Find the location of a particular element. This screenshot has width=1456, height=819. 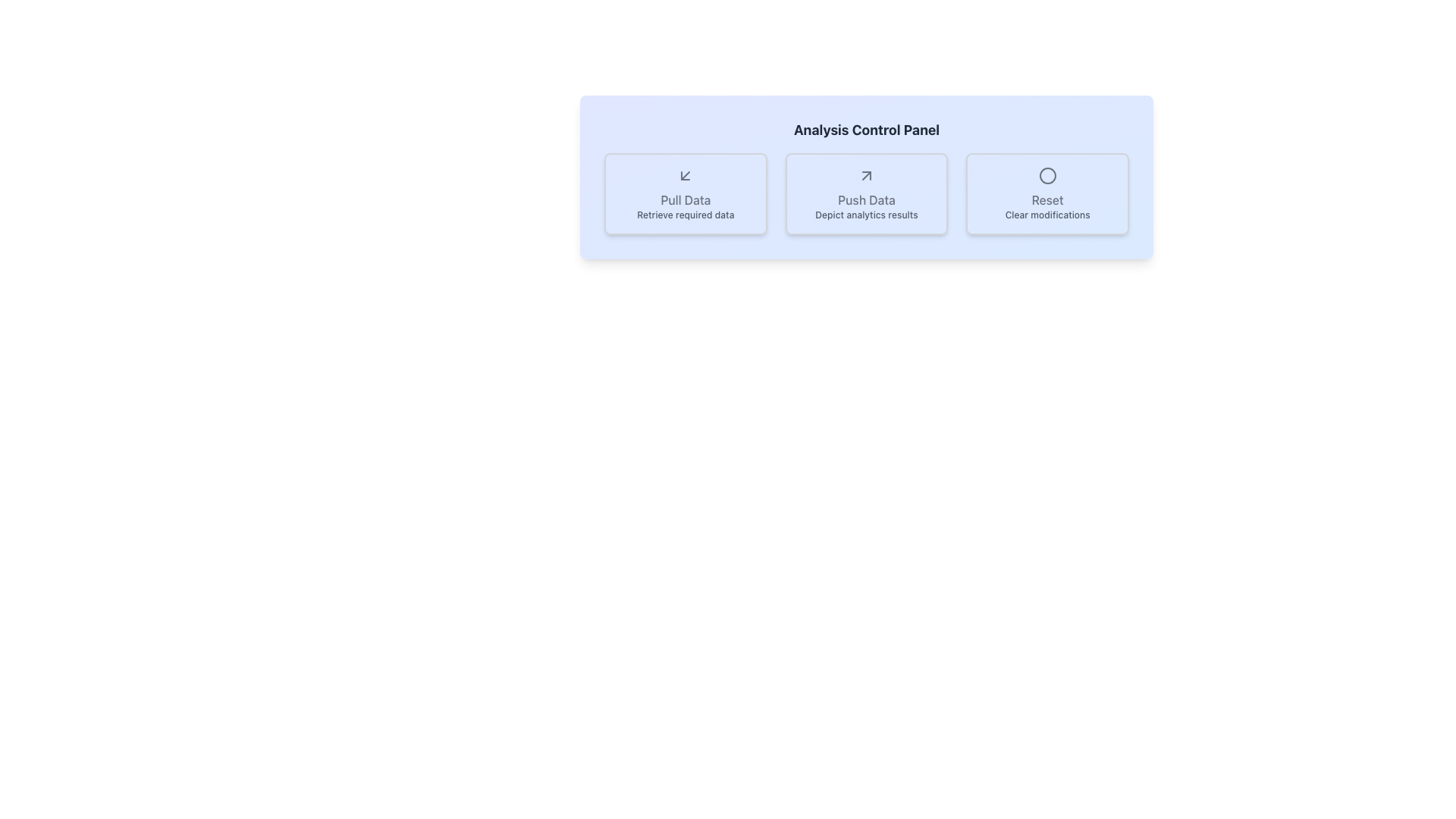

the text label indicating 'Pushing Data' located in the middle tile of the horizontal layout under the decorative arrow icon and above the descriptive tagline in the 'Depict analytics results' section is located at coordinates (866, 199).